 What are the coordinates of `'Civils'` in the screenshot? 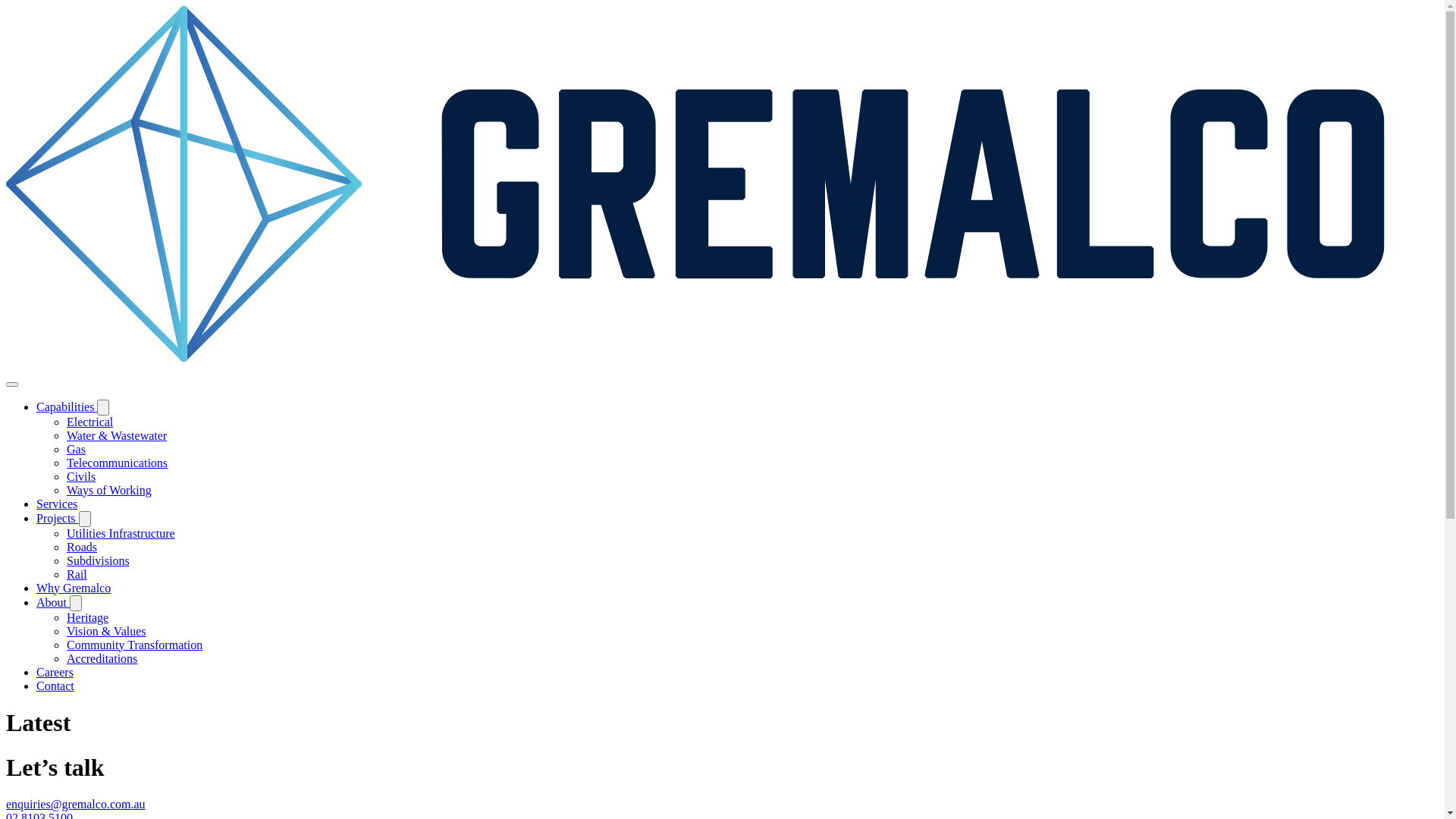 It's located at (80, 475).